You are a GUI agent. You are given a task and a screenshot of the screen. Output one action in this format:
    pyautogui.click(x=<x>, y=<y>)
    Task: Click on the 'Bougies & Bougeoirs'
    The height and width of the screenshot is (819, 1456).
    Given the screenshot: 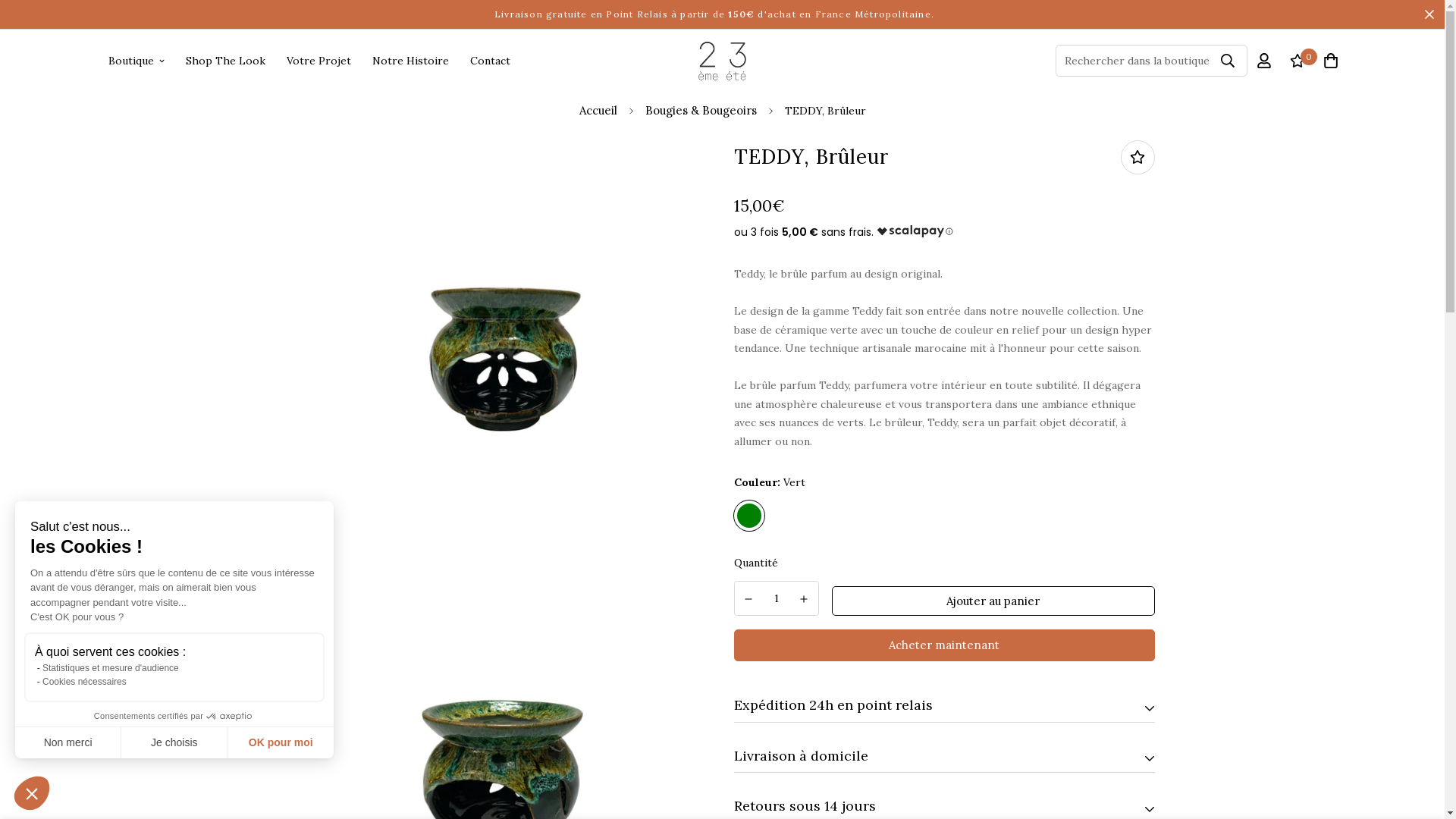 What is the action you would take?
    pyautogui.click(x=699, y=110)
    